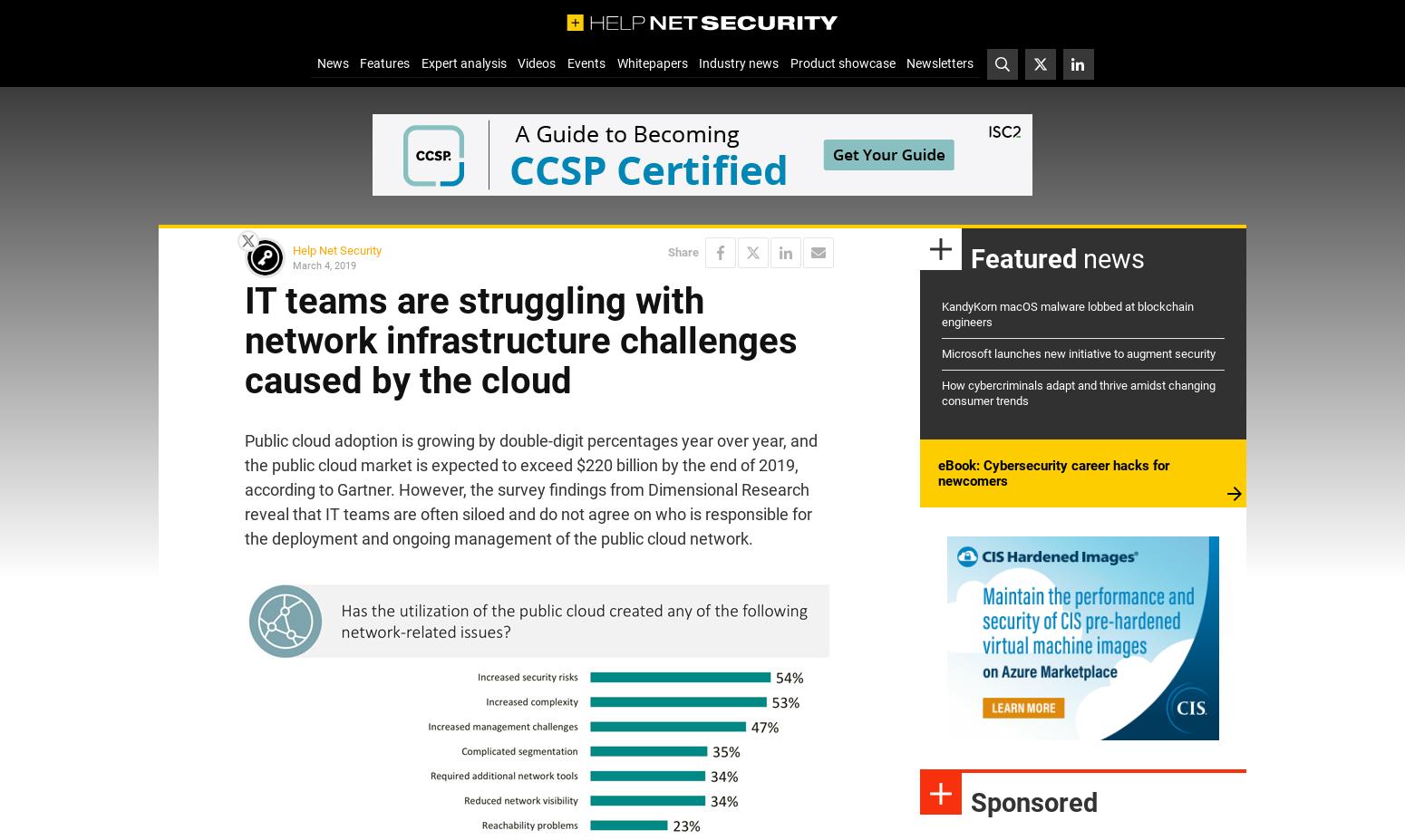 The width and height of the screenshot is (1405, 840). Describe the element at coordinates (1032, 803) in the screenshot. I see `'Sponsored'` at that location.